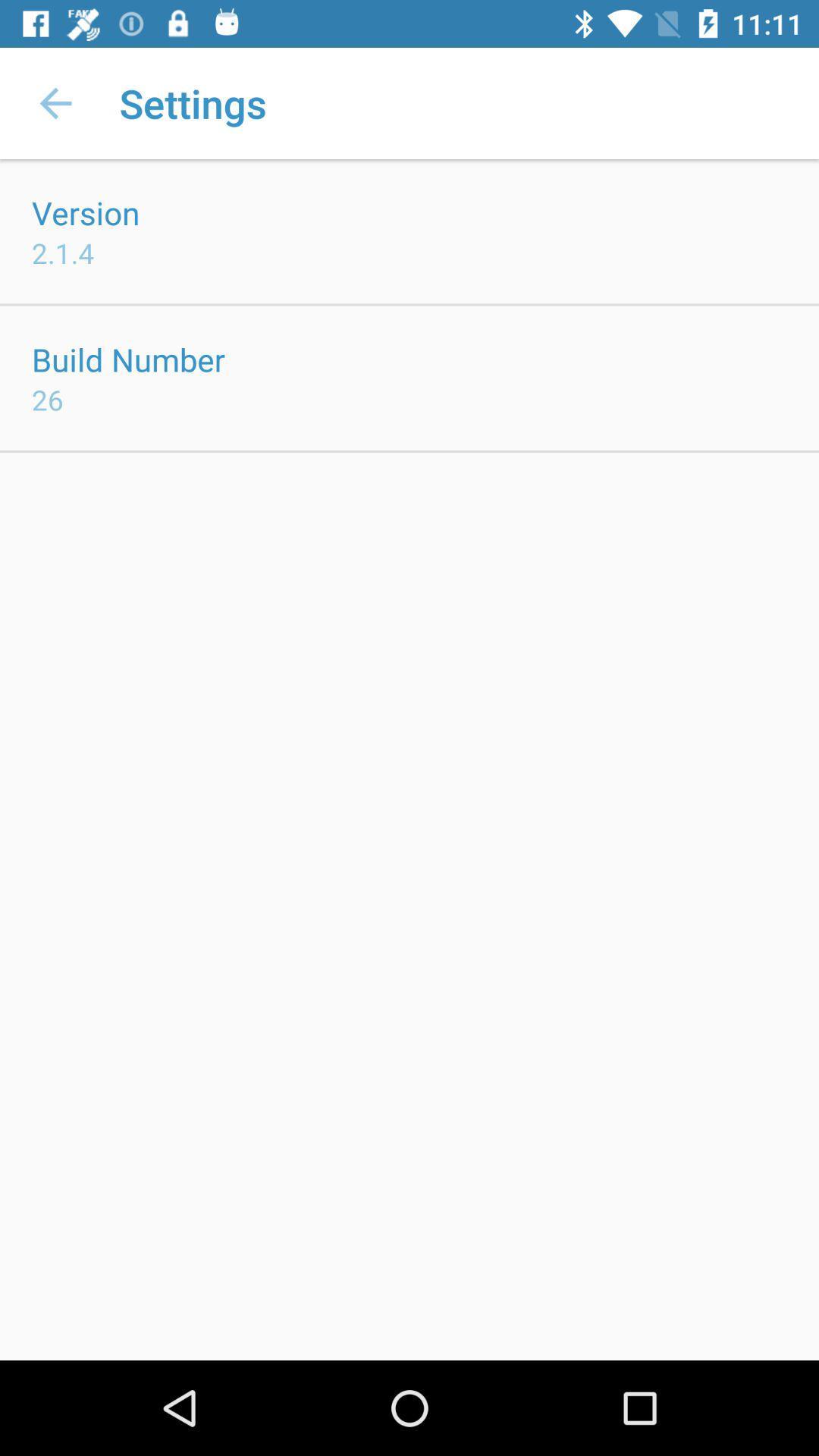 The width and height of the screenshot is (819, 1456). Describe the element at coordinates (46, 400) in the screenshot. I see `26 icon` at that location.